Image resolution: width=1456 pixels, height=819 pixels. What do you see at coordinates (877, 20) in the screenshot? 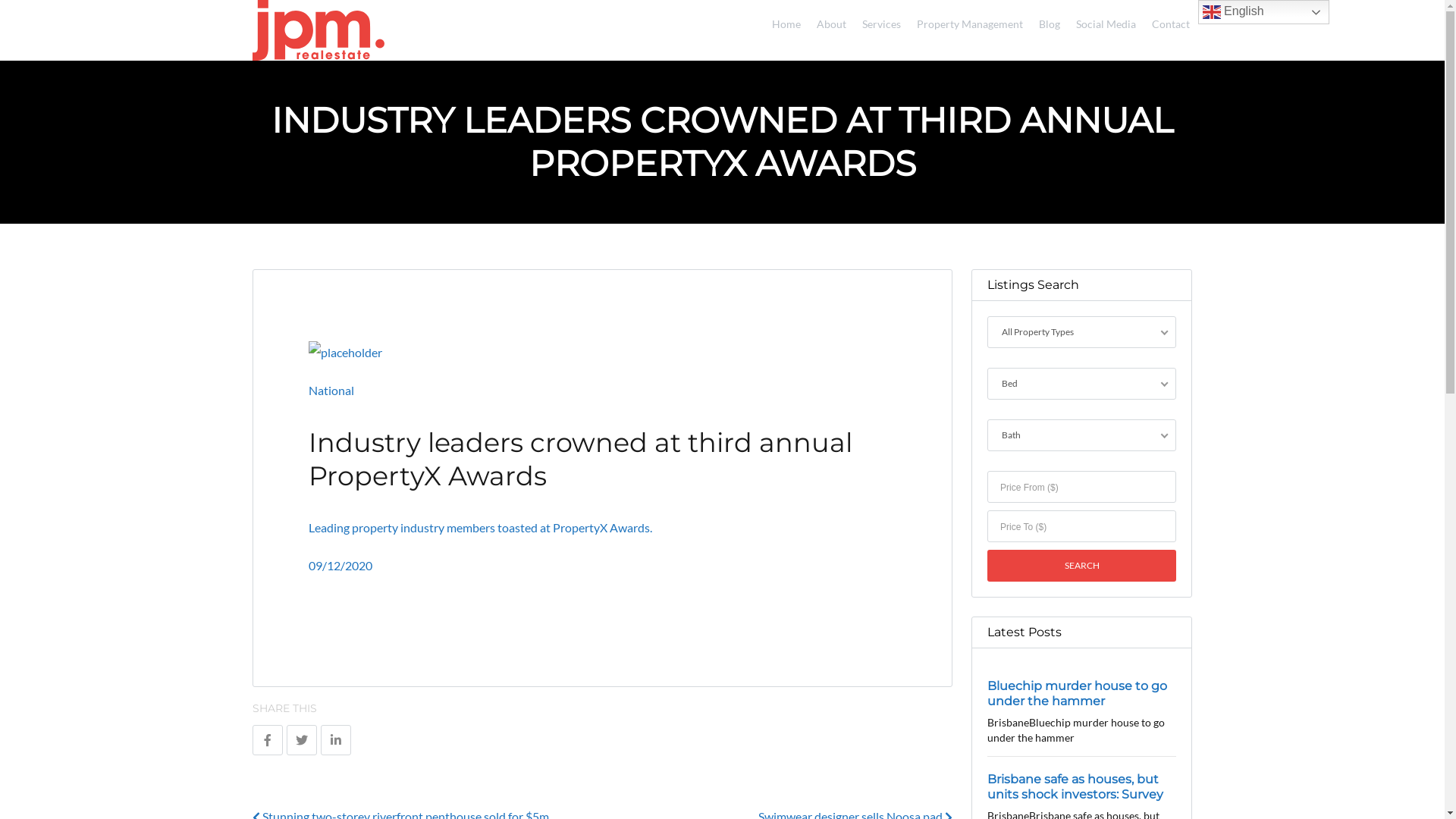
I see `'Services'` at bounding box center [877, 20].